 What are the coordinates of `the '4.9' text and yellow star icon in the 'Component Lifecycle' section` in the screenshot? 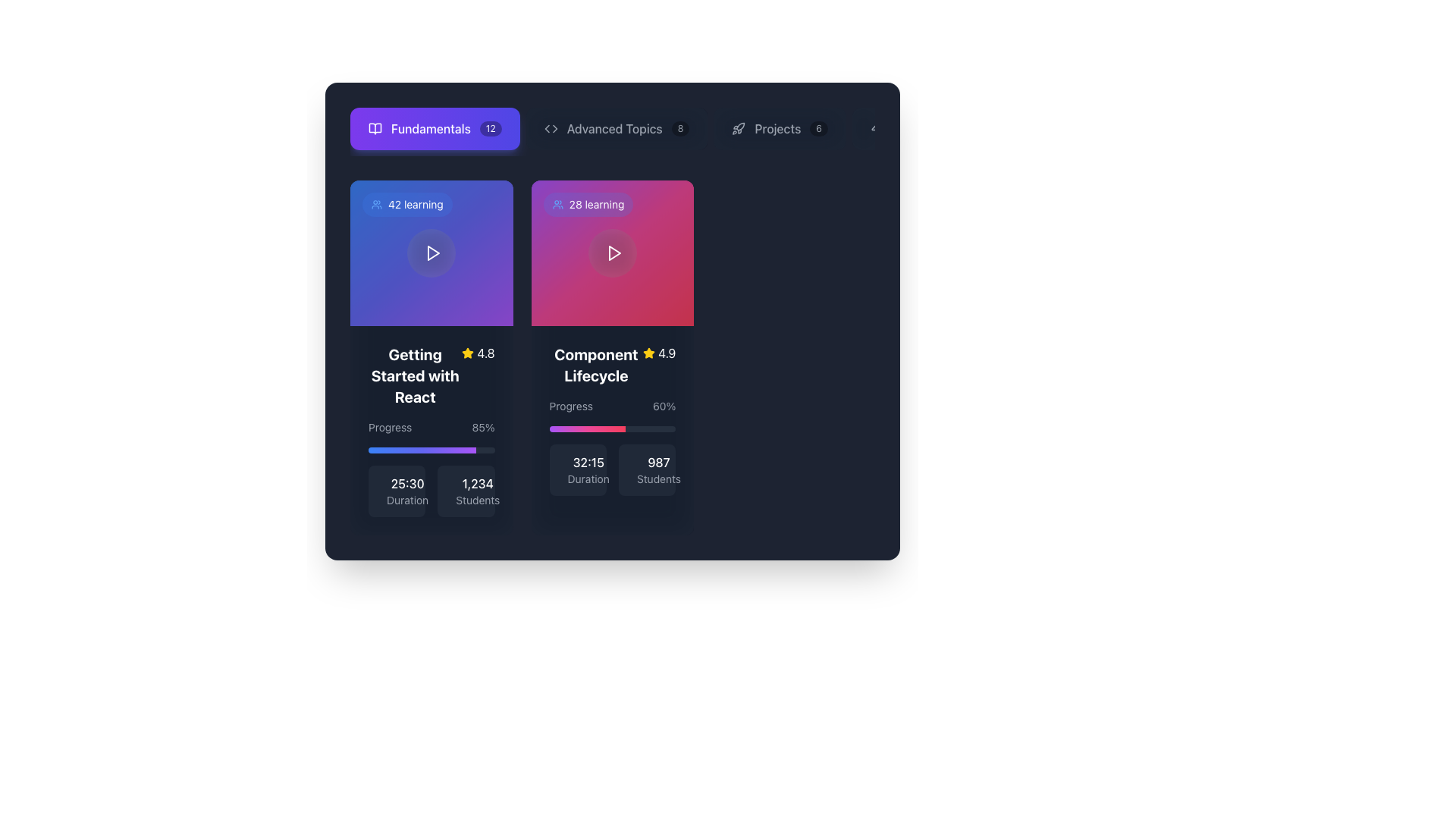 It's located at (659, 353).